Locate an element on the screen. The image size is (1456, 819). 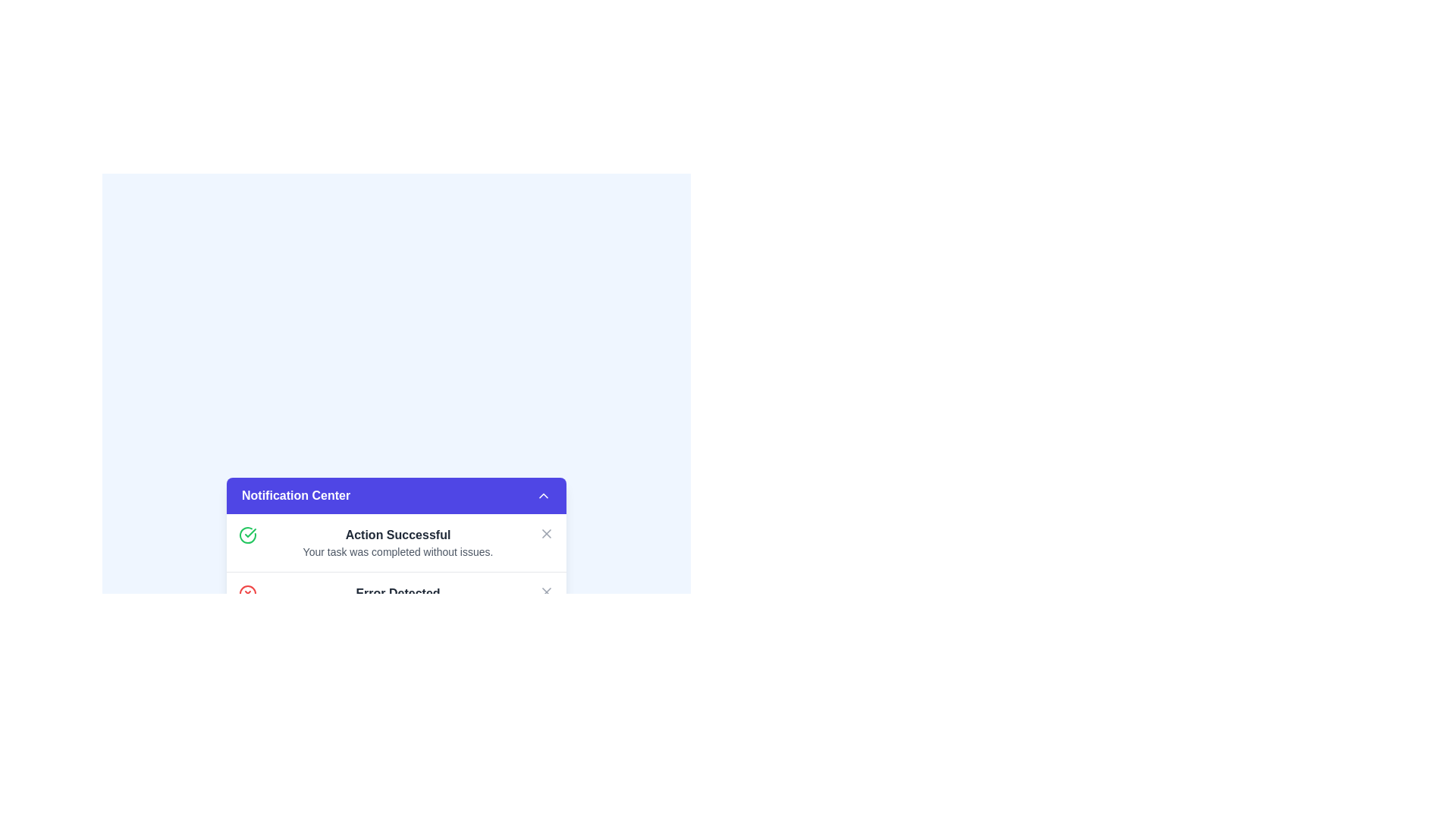
the 'Action Successful' informational text within the notification component in the Notification Center, which indicates a successful task completion is located at coordinates (397, 542).